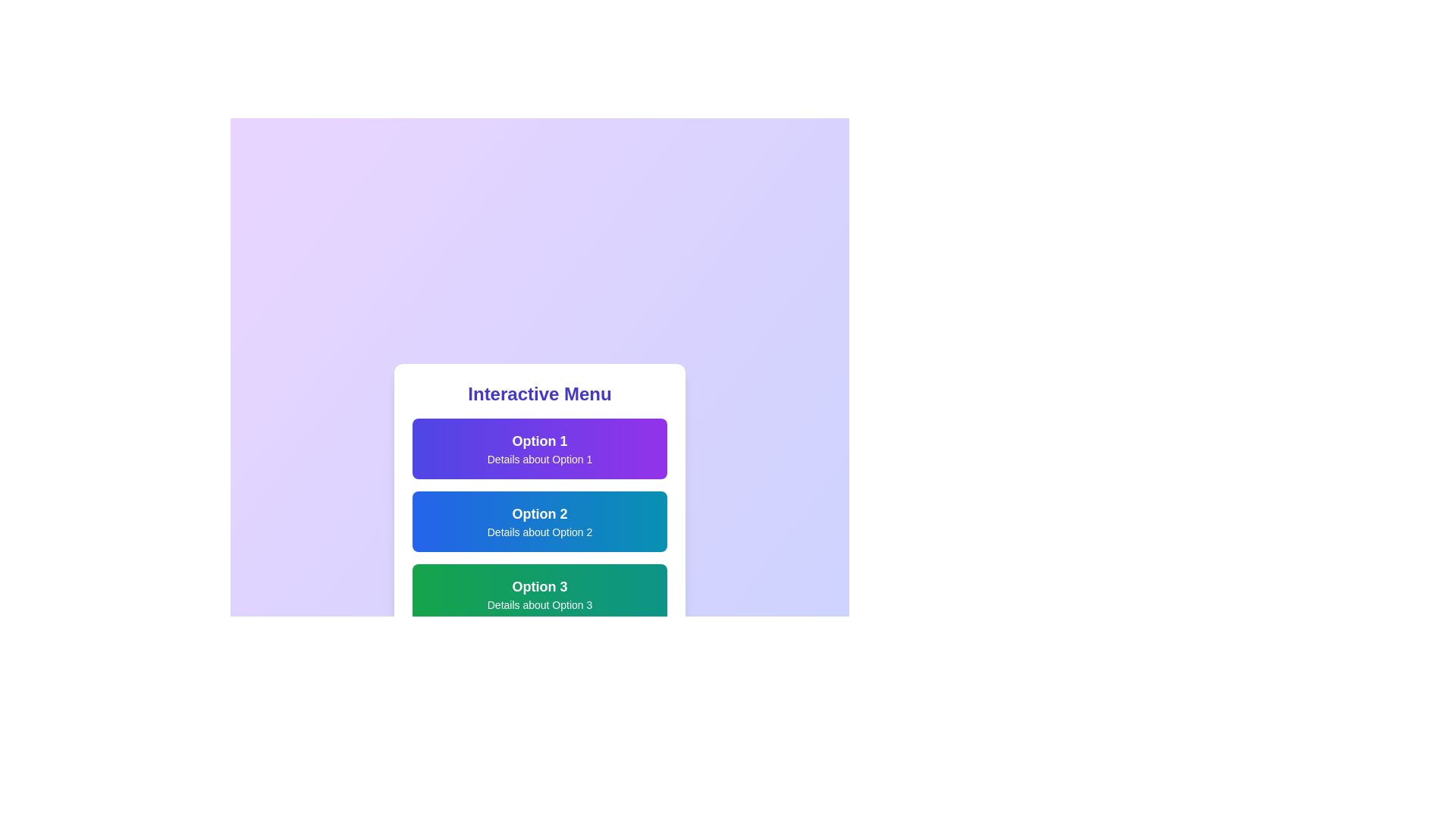  Describe the element at coordinates (539, 593) in the screenshot. I see `the menu option Option 3` at that location.